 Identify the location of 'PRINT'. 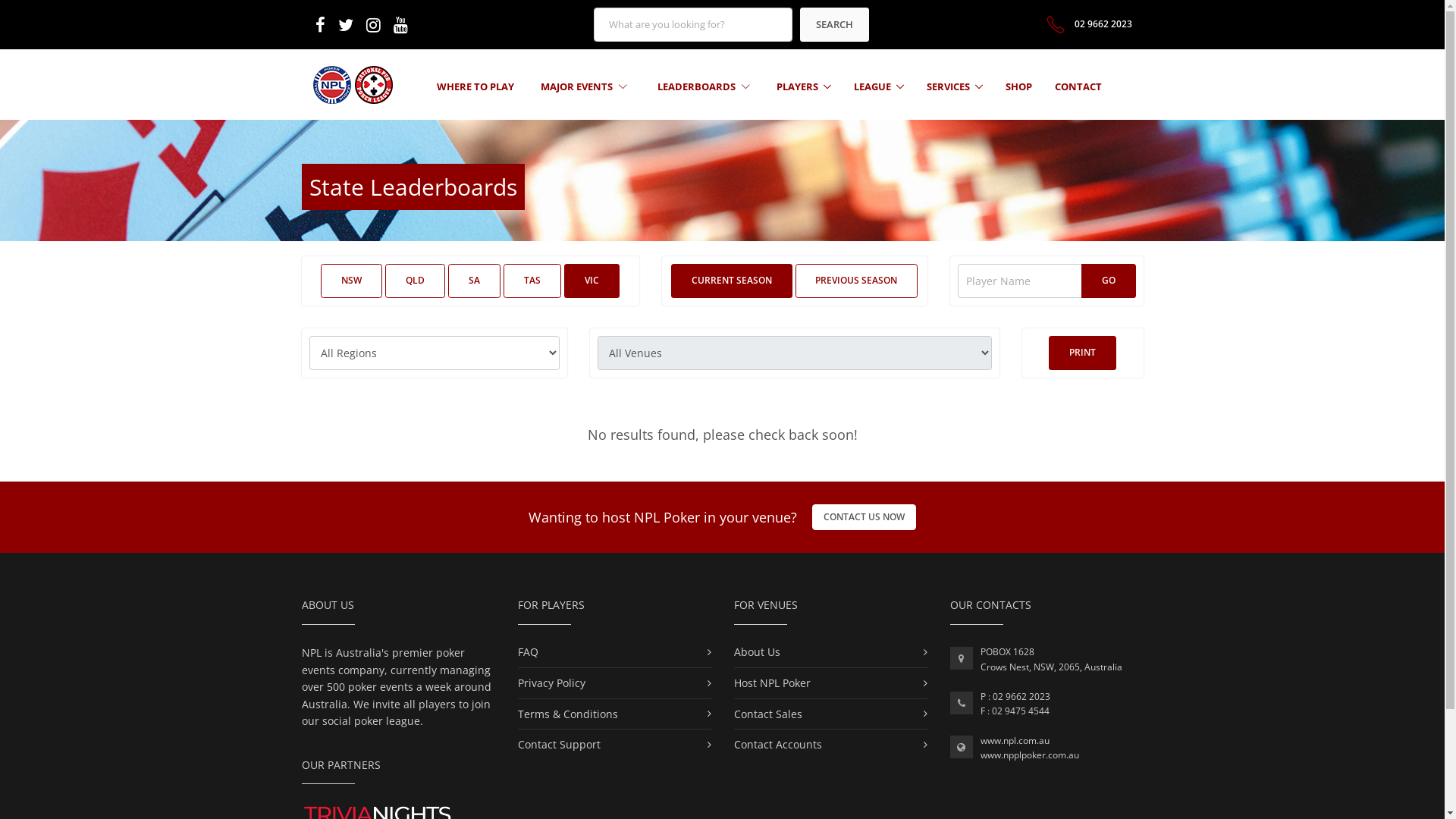
(1081, 353).